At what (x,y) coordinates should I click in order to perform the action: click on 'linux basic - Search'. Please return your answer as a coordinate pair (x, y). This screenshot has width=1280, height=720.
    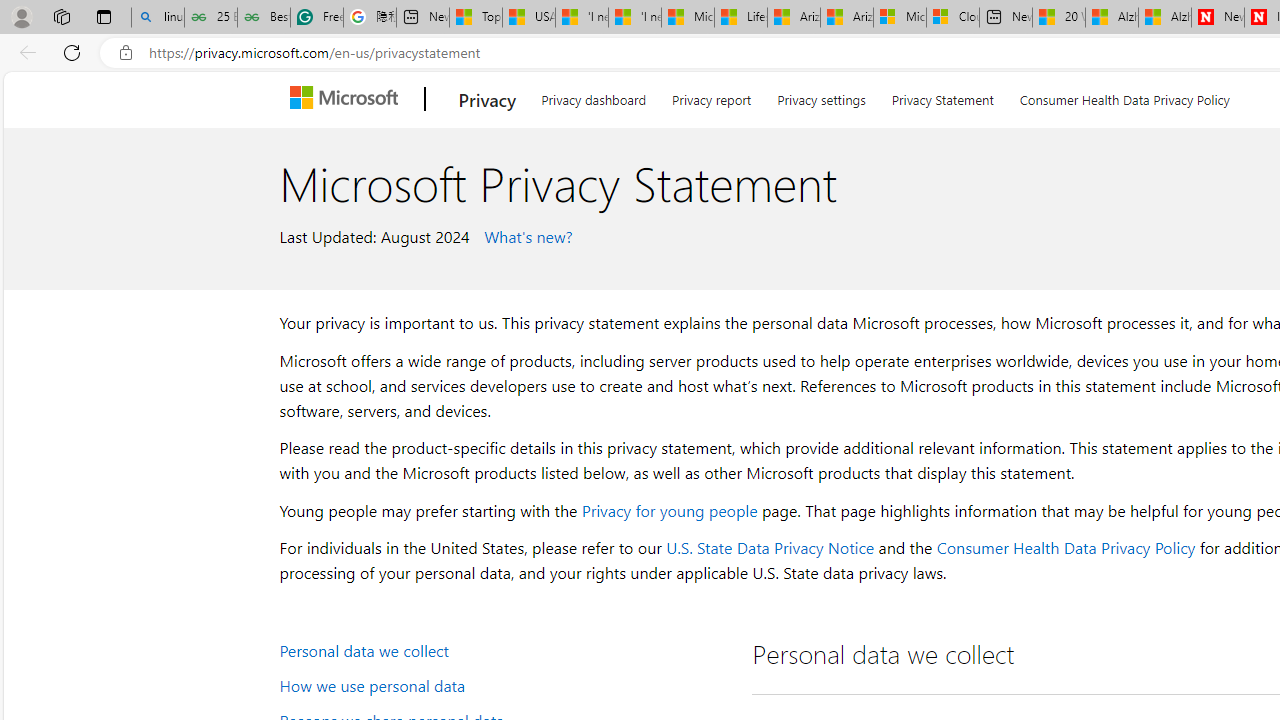
    Looking at the image, I should click on (157, 17).